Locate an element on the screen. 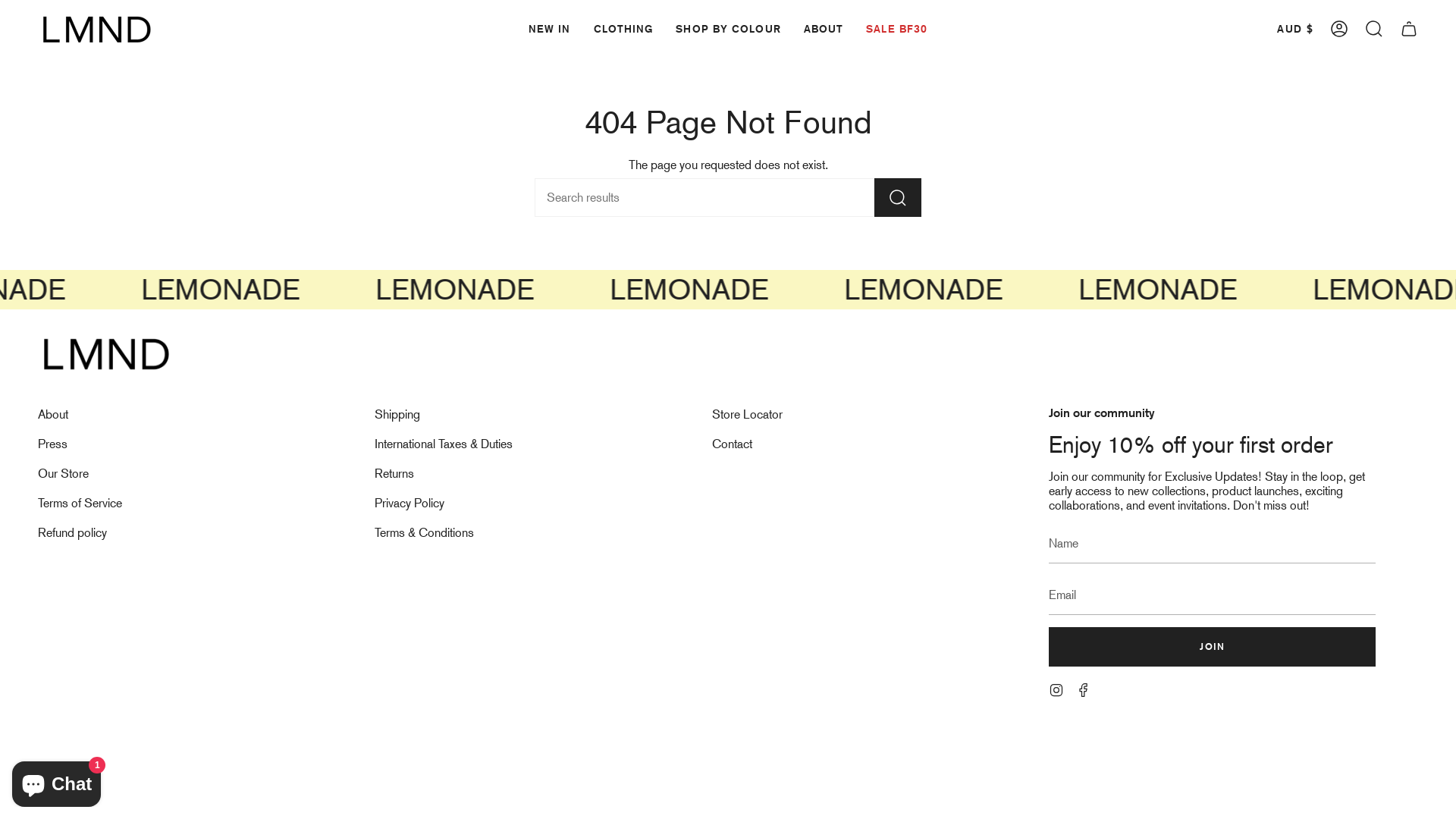  'ACCOUNT' is located at coordinates (1339, 29).